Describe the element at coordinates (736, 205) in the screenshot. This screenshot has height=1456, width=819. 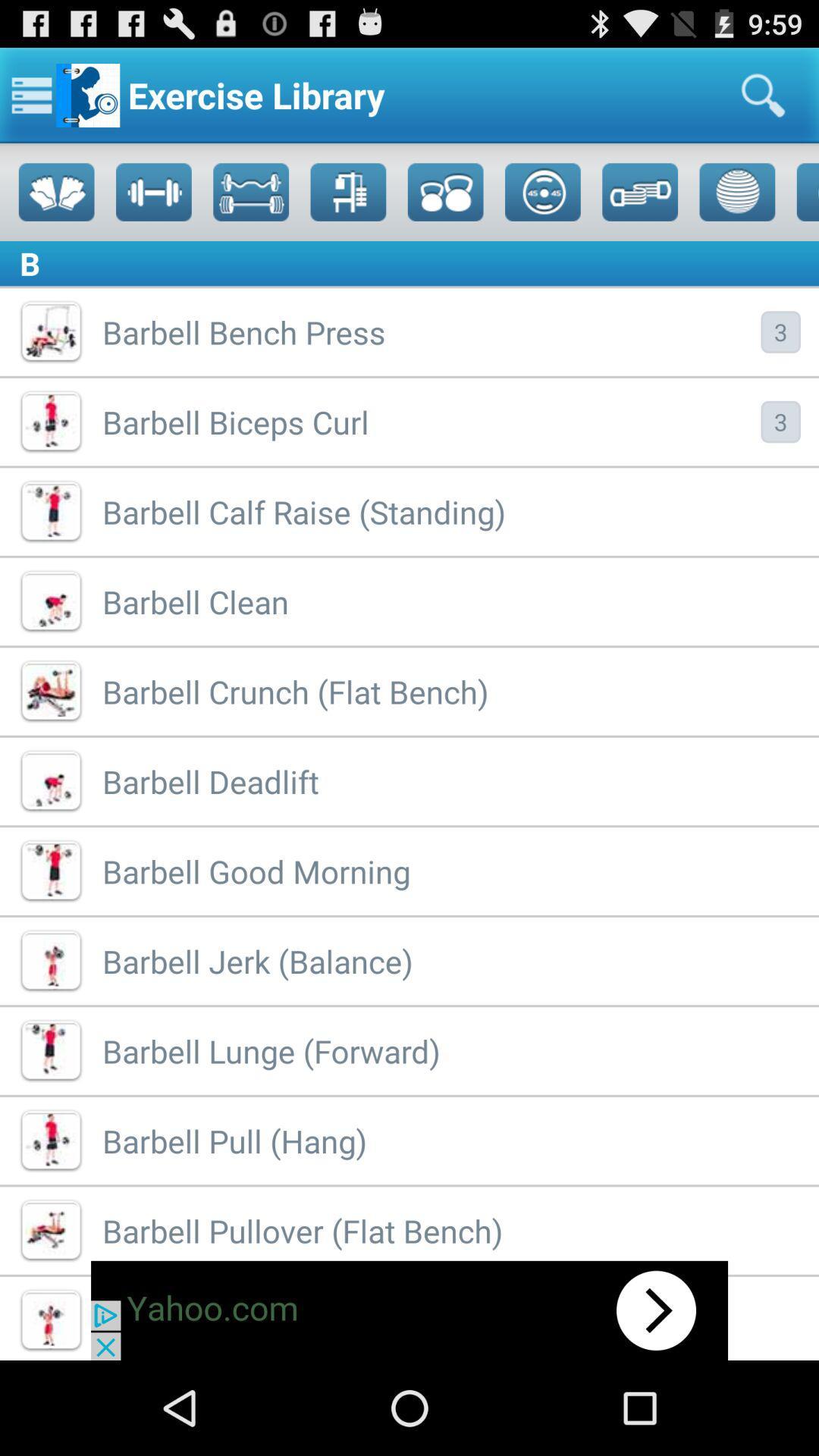
I see `the globe icon` at that location.